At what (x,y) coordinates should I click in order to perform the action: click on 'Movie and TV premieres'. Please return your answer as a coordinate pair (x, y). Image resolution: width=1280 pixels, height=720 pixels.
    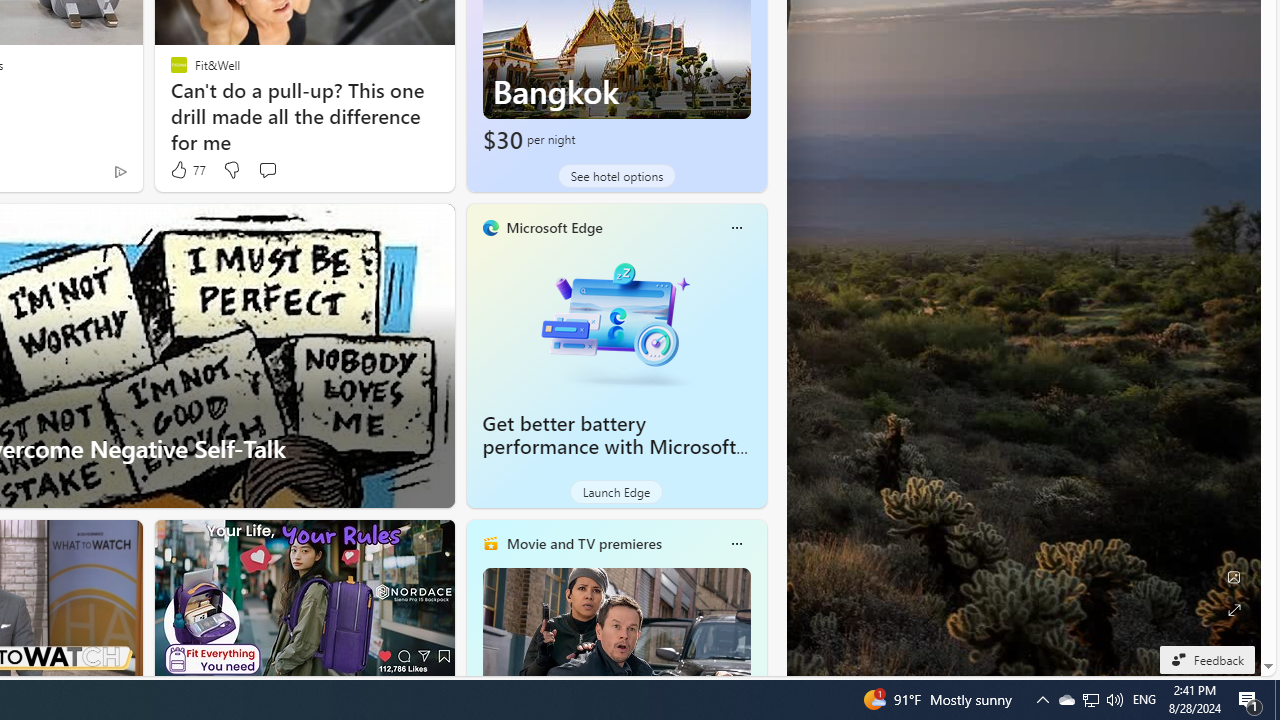
    Looking at the image, I should click on (582, 543).